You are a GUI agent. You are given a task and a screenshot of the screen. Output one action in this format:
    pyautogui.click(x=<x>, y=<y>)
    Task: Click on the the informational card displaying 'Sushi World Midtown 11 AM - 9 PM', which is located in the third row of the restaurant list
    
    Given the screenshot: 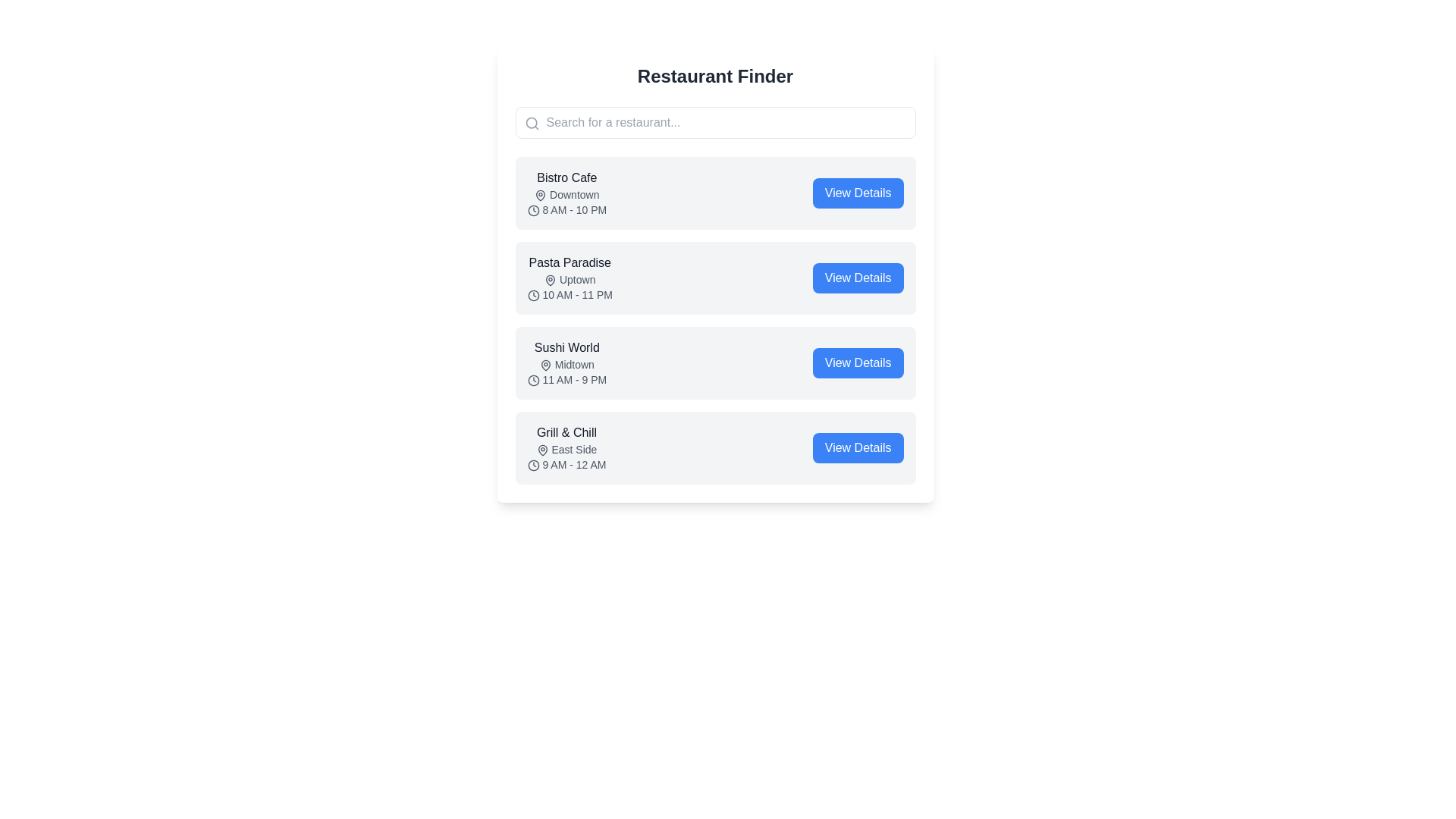 What is the action you would take?
    pyautogui.click(x=566, y=362)
    